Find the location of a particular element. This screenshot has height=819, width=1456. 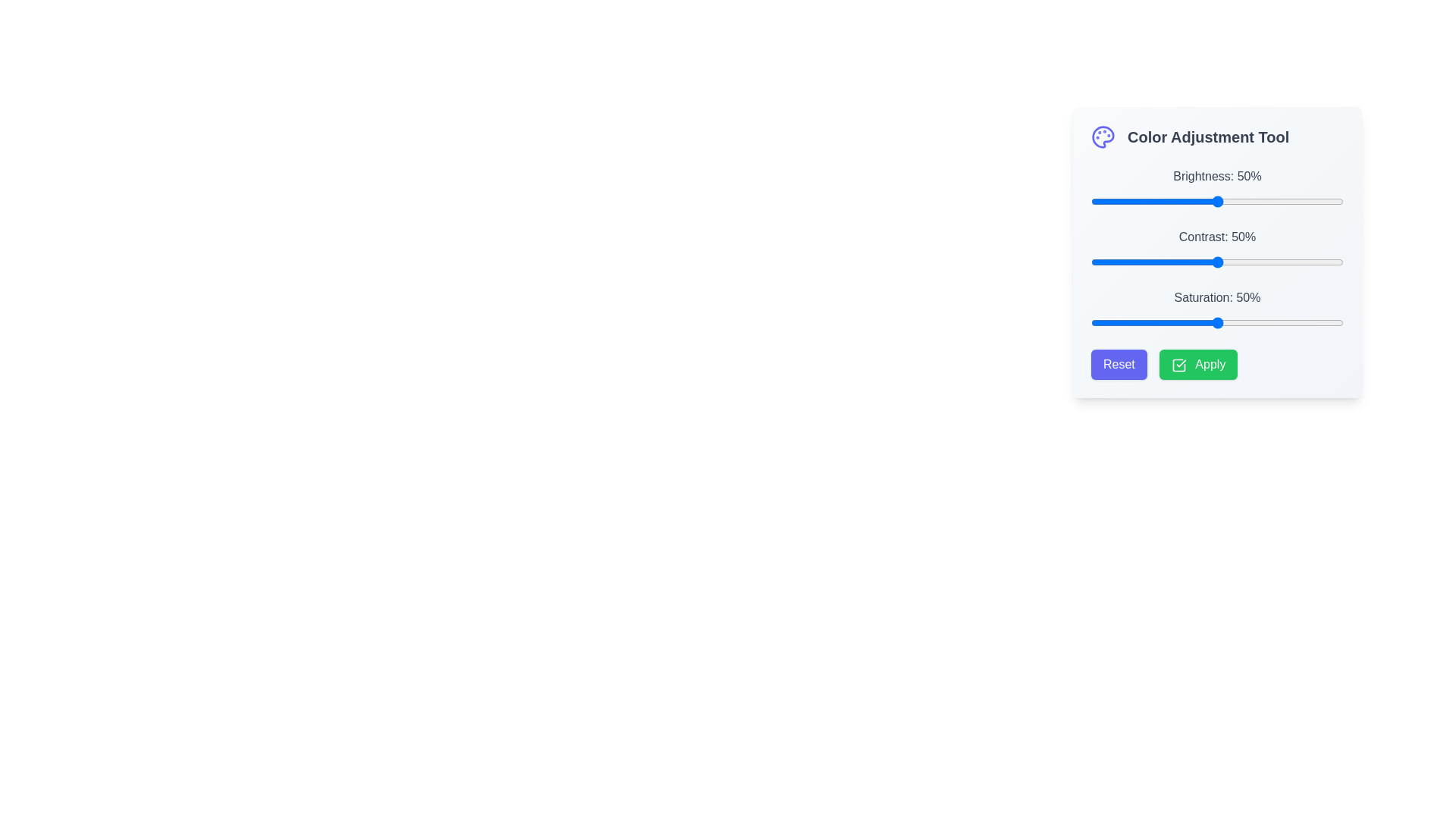

the slider is located at coordinates (1222, 322).